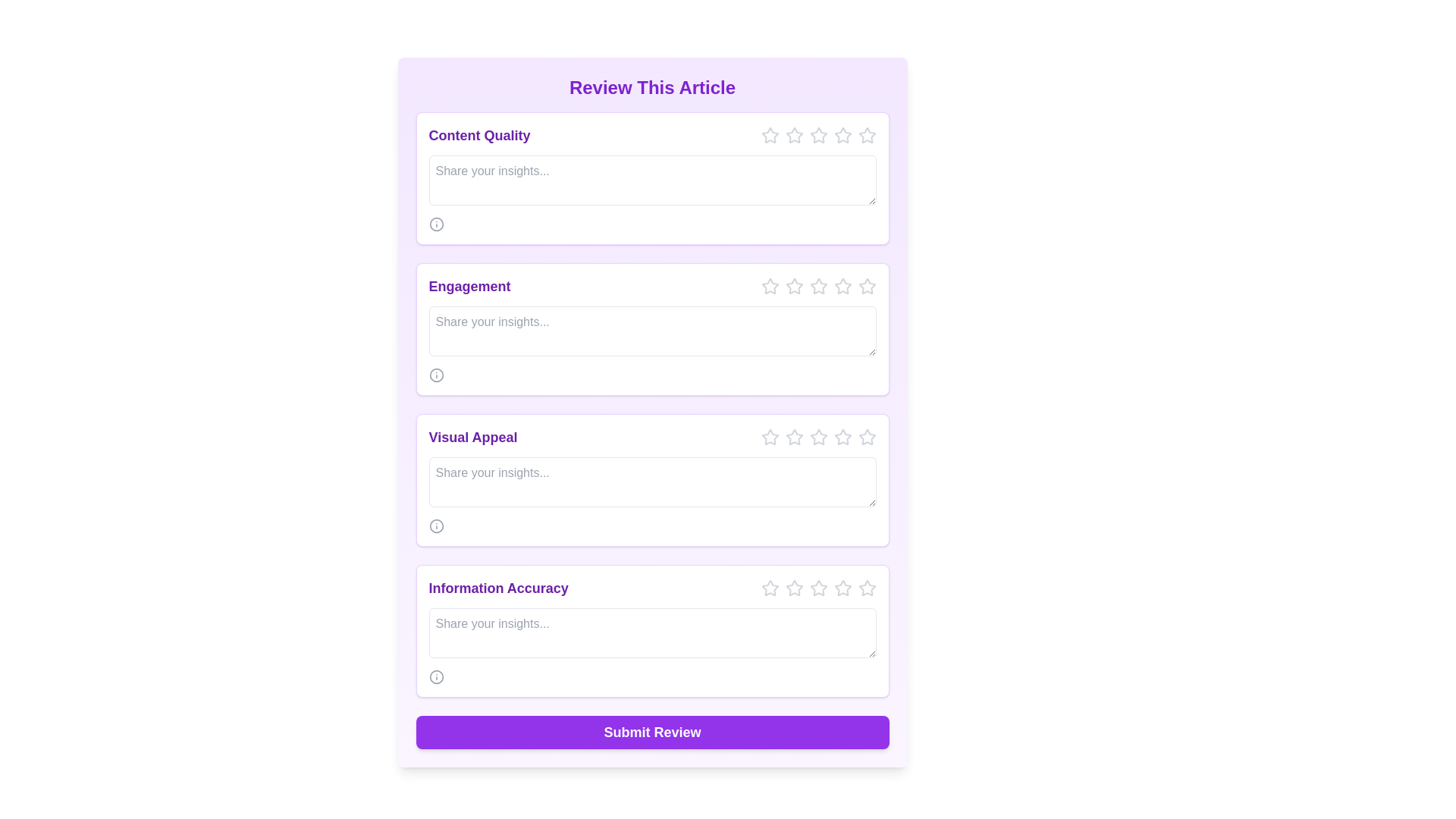 This screenshot has width=1456, height=819. What do you see at coordinates (769, 587) in the screenshot?
I see `the first star icon from the left in the 'Information Accuracy' rating section` at bounding box center [769, 587].